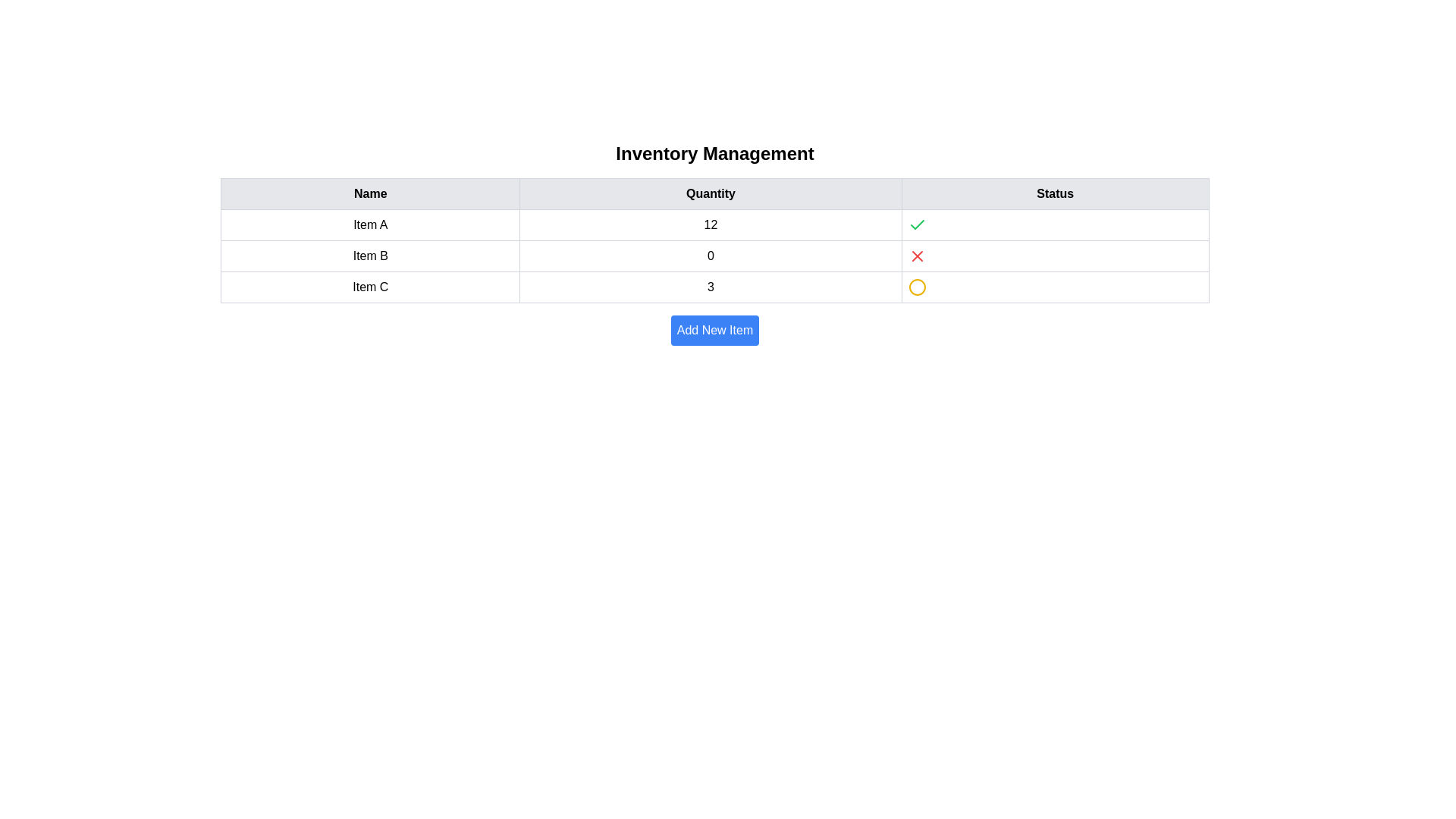 Image resolution: width=1456 pixels, height=819 pixels. I want to click on the green checkmark icon indicating confirmation for 'Item A' in the first row of the table under the 'Status' column, so click(916, 225).